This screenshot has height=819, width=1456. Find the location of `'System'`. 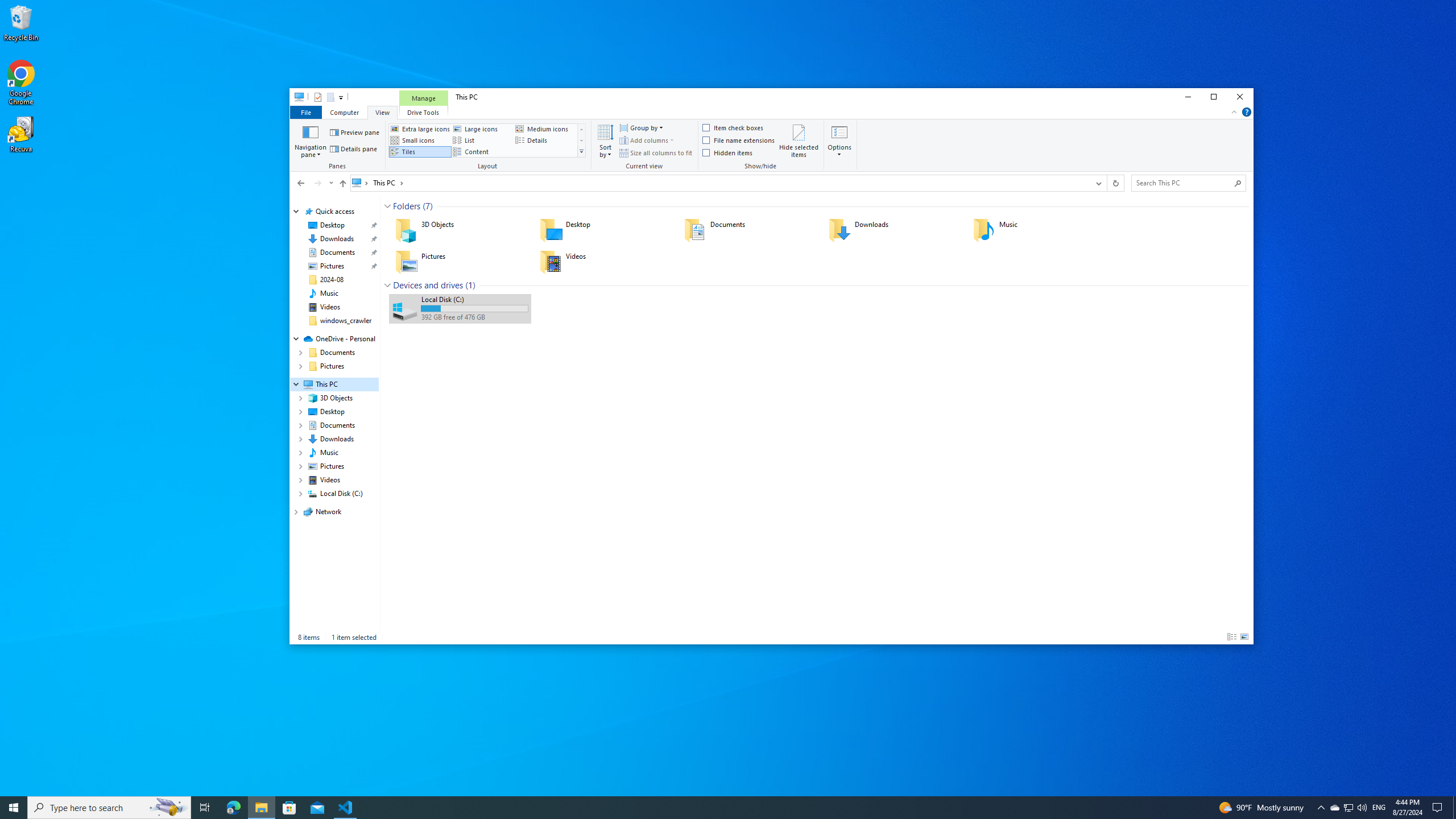

'System' is located at coordinates (295, 98).